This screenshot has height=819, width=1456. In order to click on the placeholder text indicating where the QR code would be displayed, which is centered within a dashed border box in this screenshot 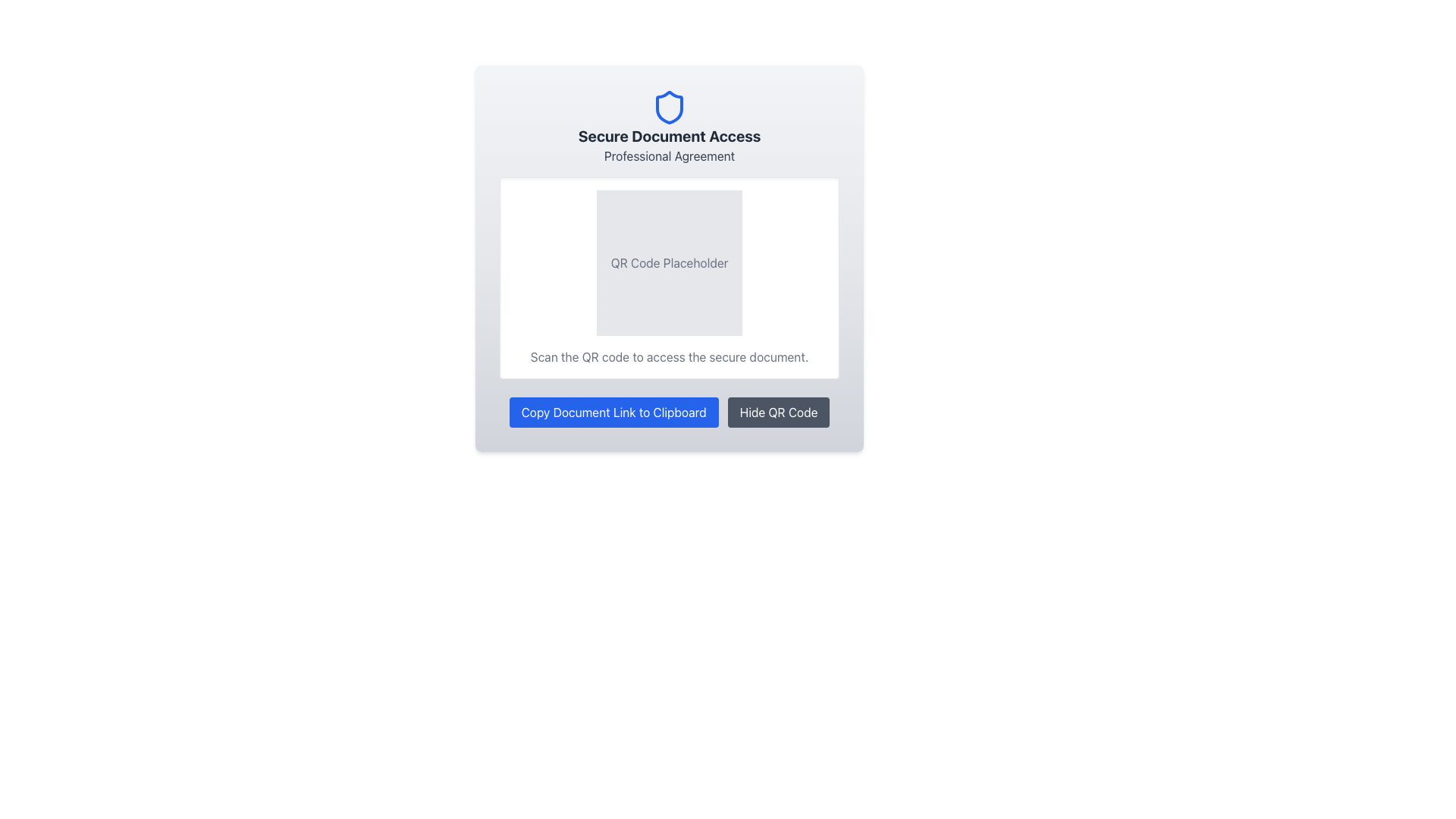, I will do `click(669, 262)`.